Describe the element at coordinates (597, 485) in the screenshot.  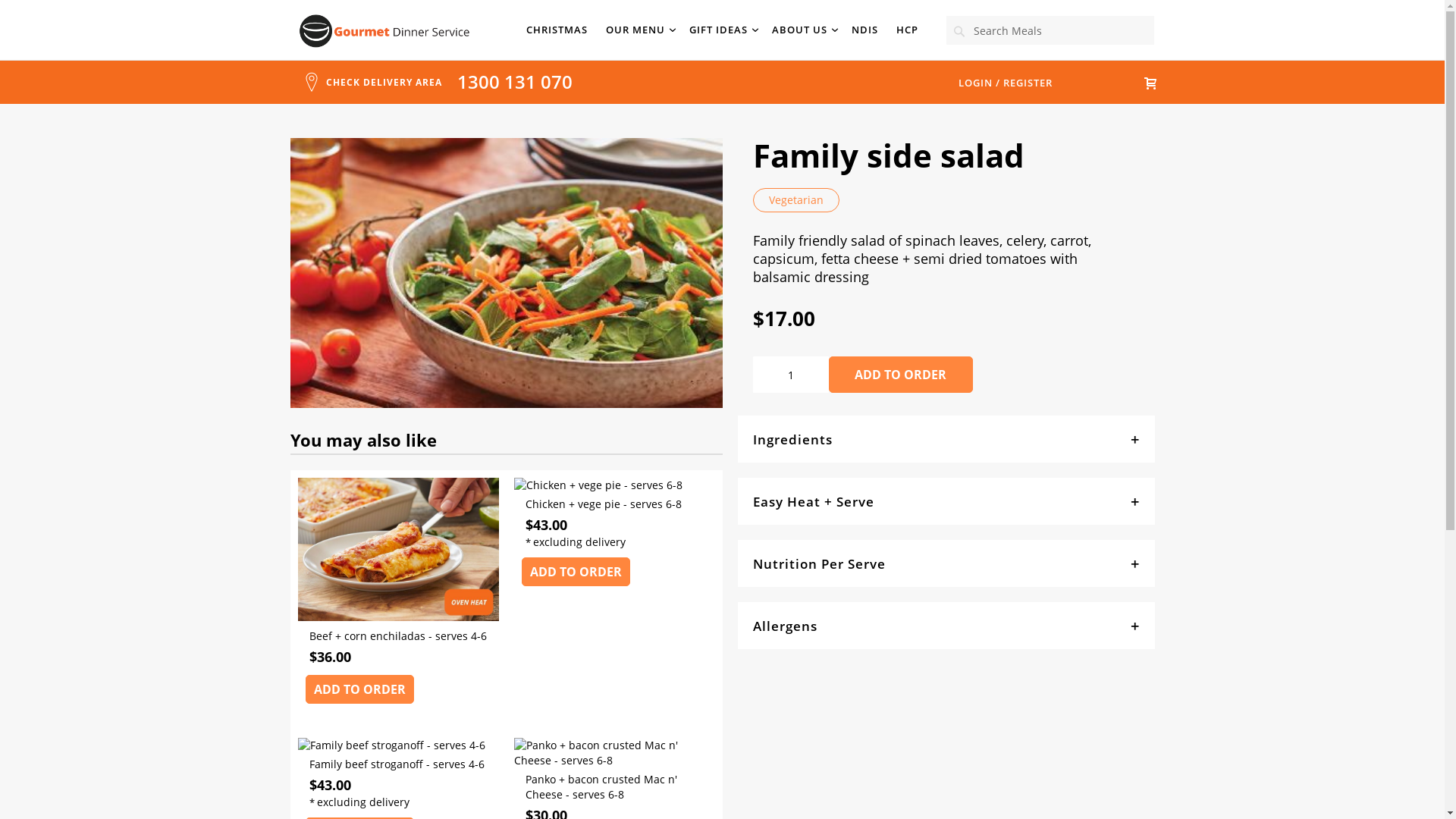
I see `'Chicken + vege pie - serves 6-8'` at that location.